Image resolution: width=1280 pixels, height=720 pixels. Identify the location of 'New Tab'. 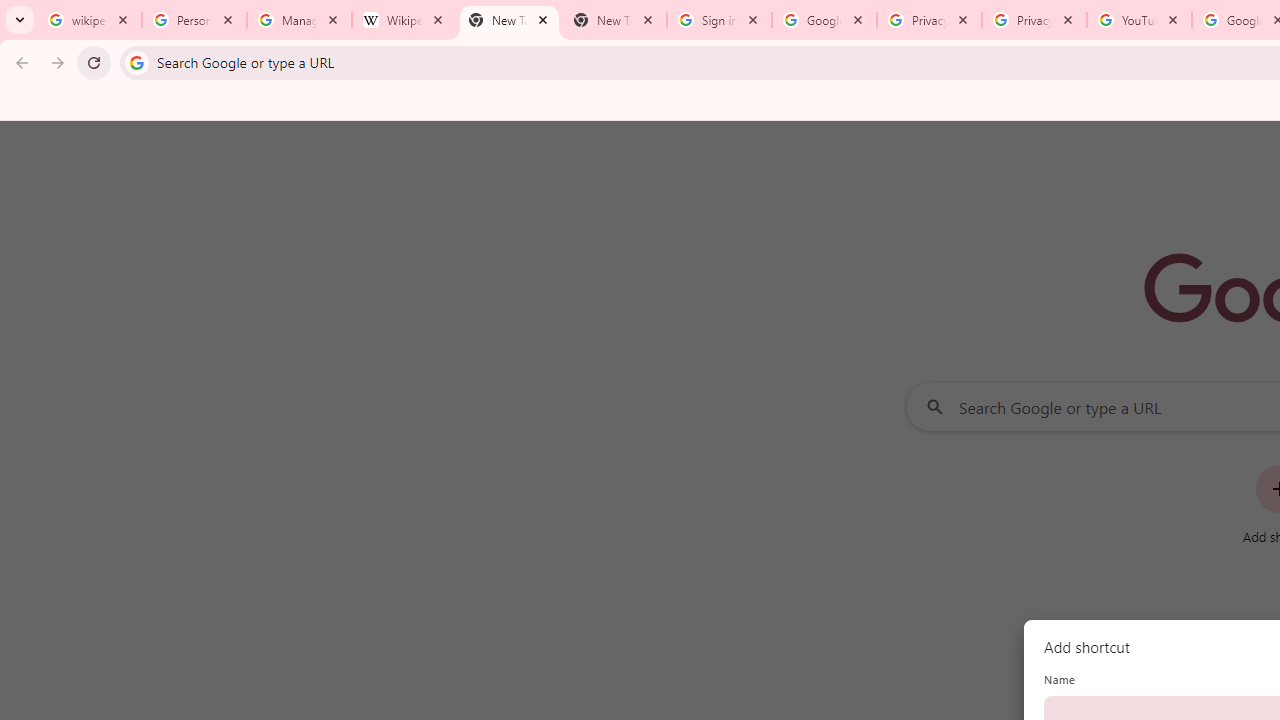
(509, 20).